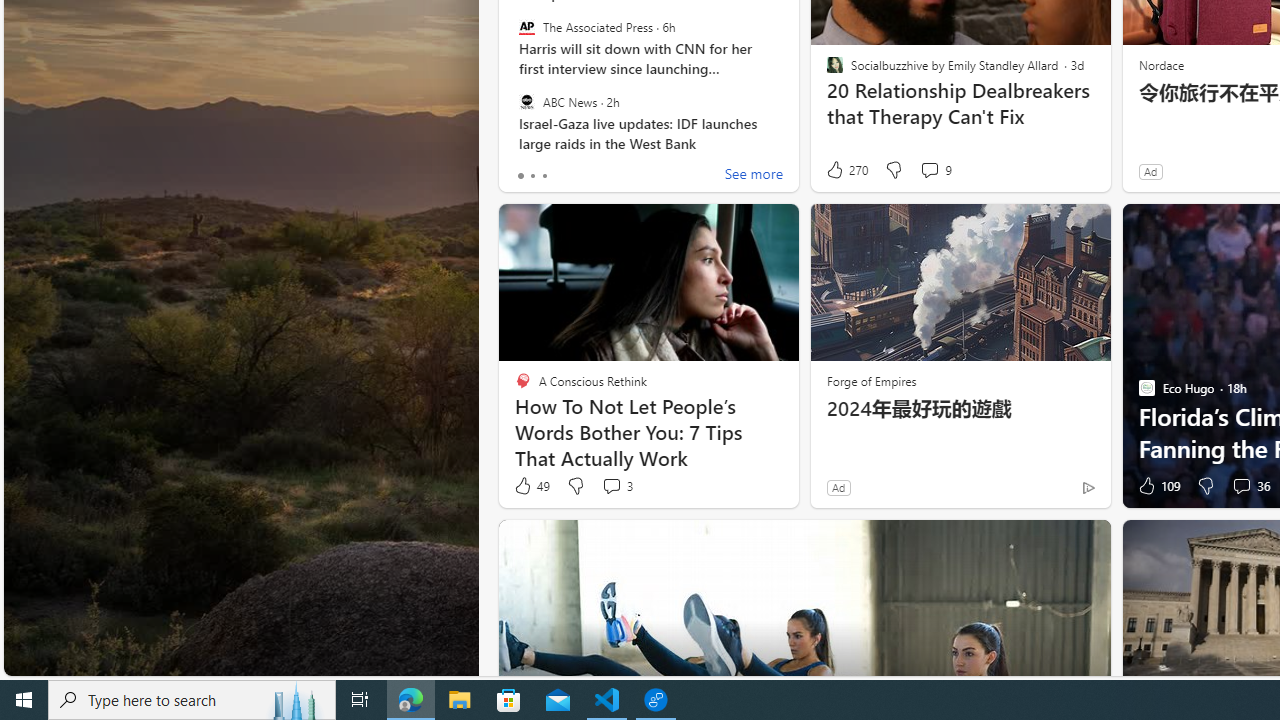  What do you see at coordinates (526, 101) in the screenshot?
I see `'ABC News'` at bounding box center [526, 101].